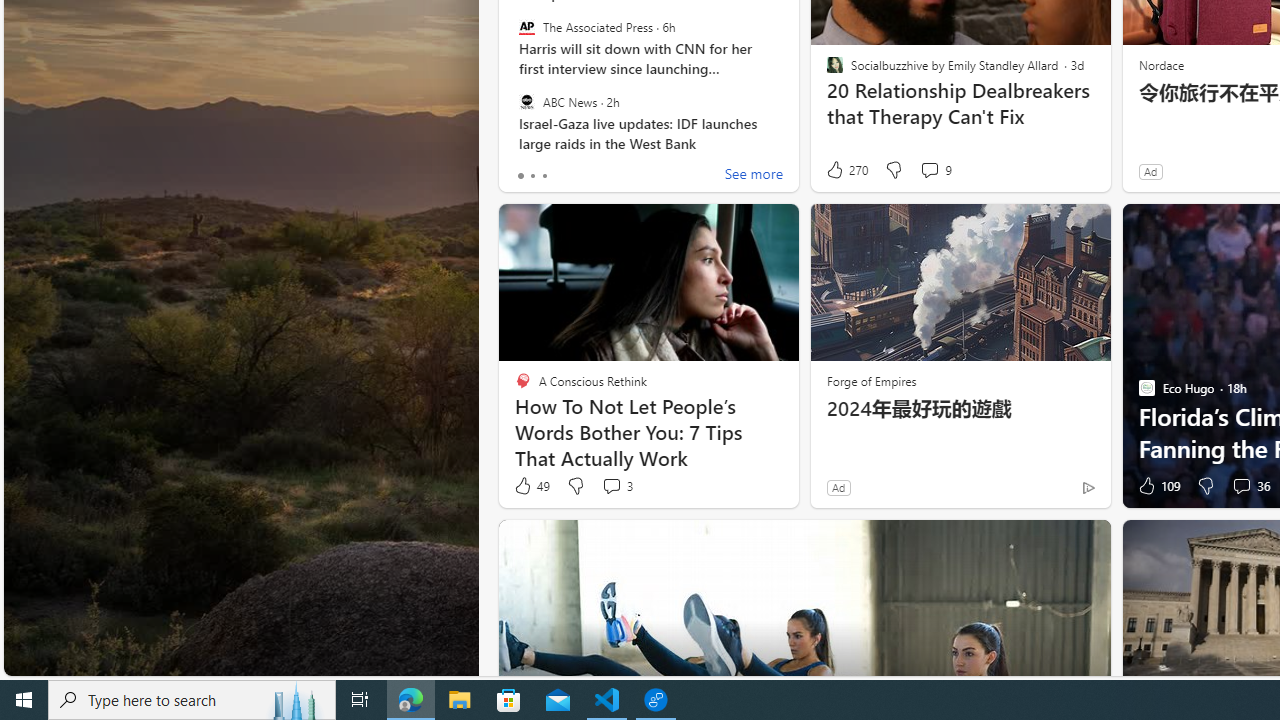  What do you see at coordinates (526, 101) in the screenshot?
I see `'ABC News'` at bounding box center [526, 101].